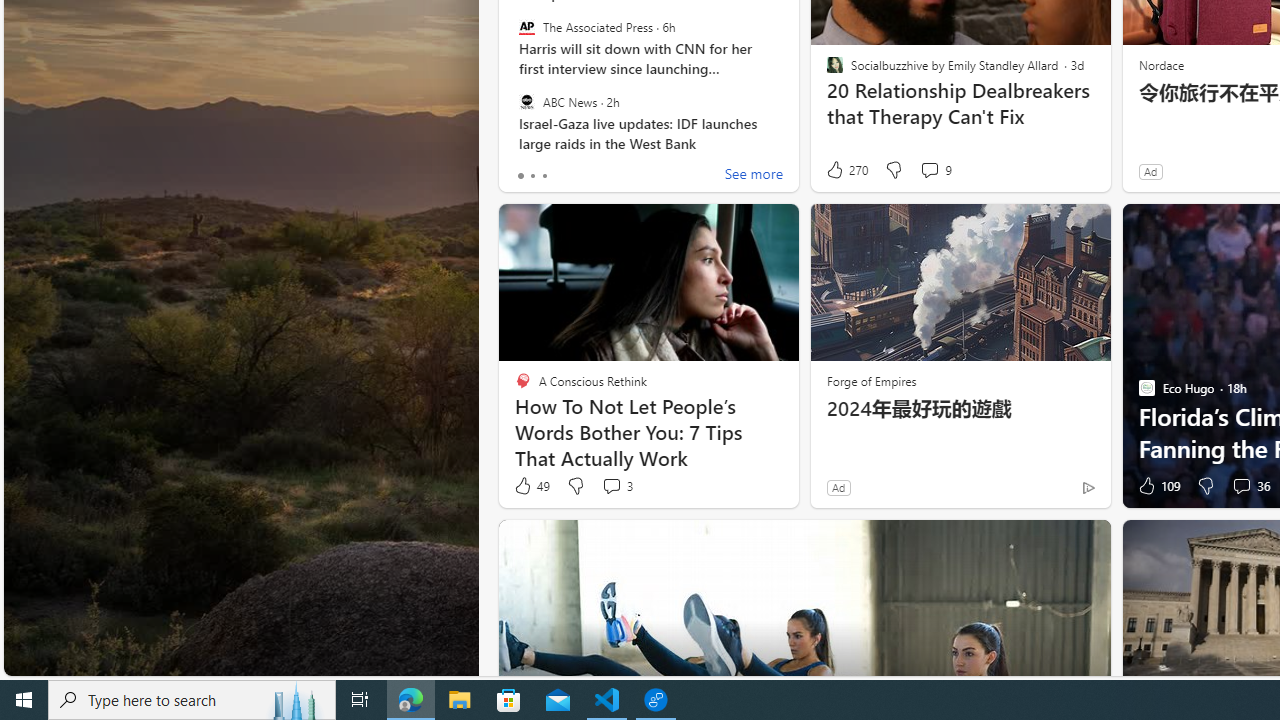  What do you see at coordinates (526, 101) in the screenshot?
I see `'ABC News'` at bounding box center [526, 101].